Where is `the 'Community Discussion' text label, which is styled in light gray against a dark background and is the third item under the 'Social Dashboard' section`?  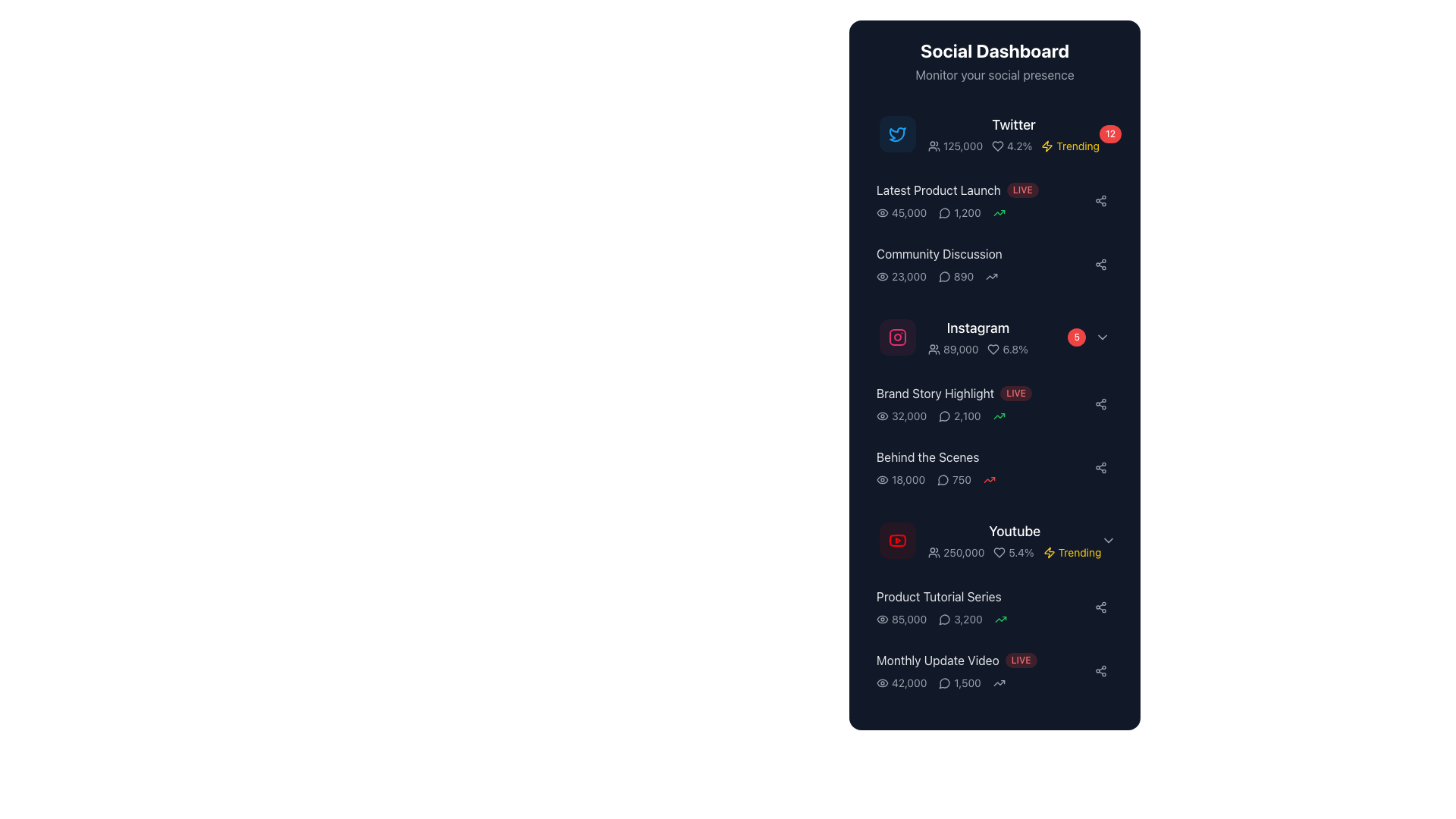
the 'Community Discussion' text label, which is styled in light gray against a dark background and is the third item under the 'Social Dashboard' section is located at coordinates (938, 253).